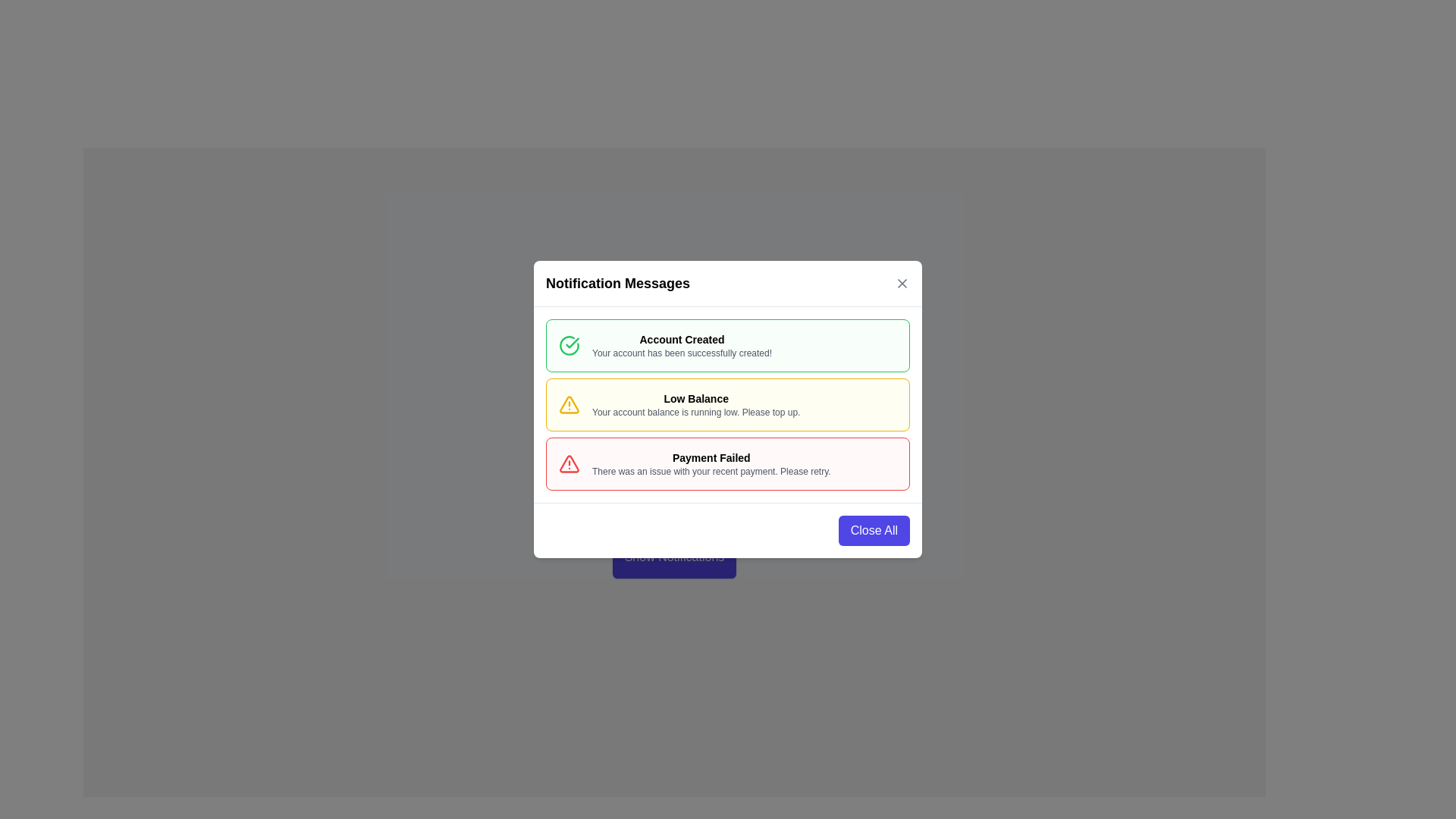 This screenshot has height=819, width=1456. What do you see at coordinates (711, 470) in the screenshot?
I see `text string that states: 'There was an issue with your recent payment. Please retry.' located below the 'Payment Failed' heading in the notification box` at bounding box center [711, 470].